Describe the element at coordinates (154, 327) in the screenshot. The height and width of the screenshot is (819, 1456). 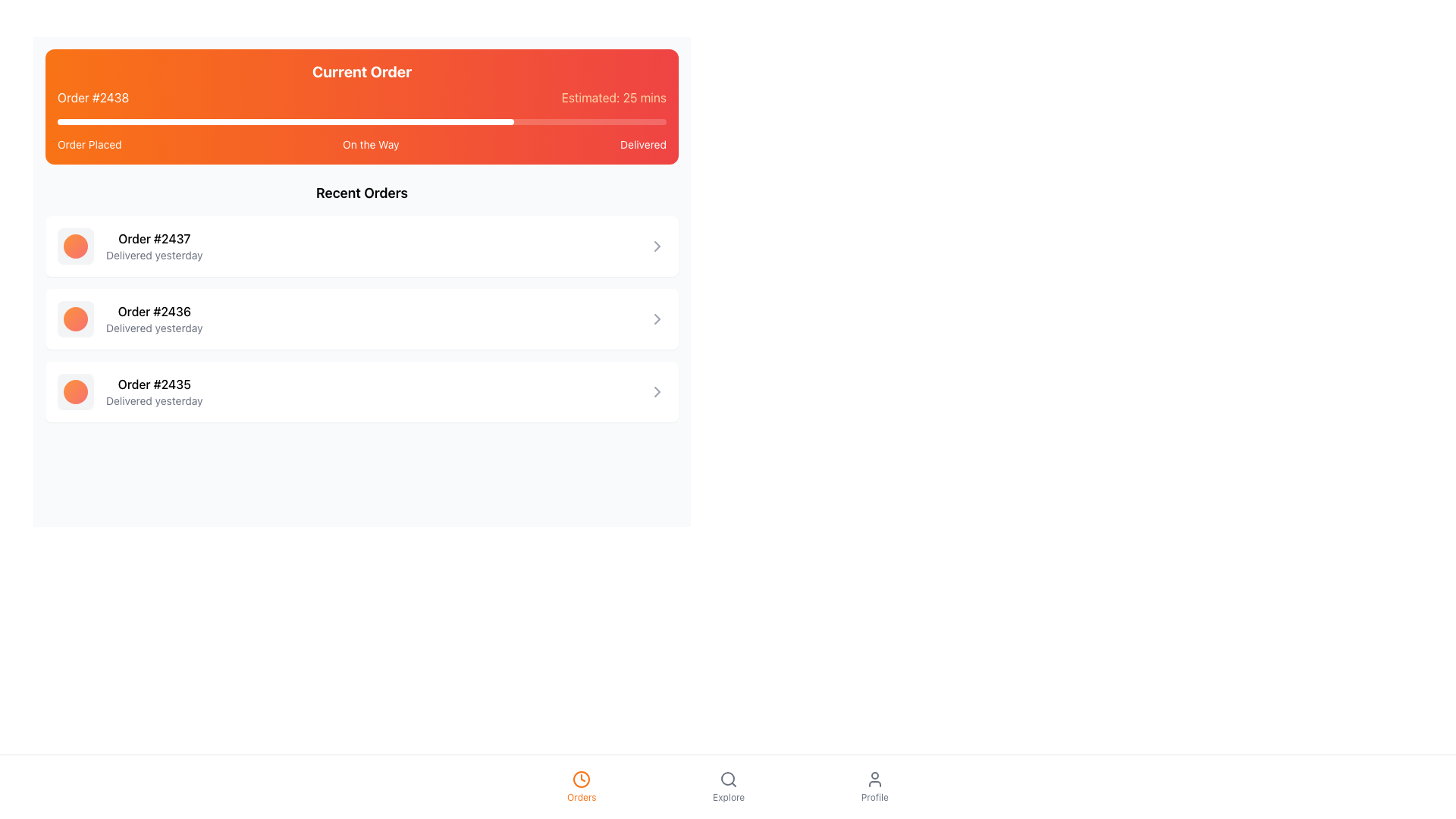
I see `text content of the status message indicating that the associated order was delivered yesterday, located below the 'Order #2436' label in the 'Recent Orders' list` at that location.